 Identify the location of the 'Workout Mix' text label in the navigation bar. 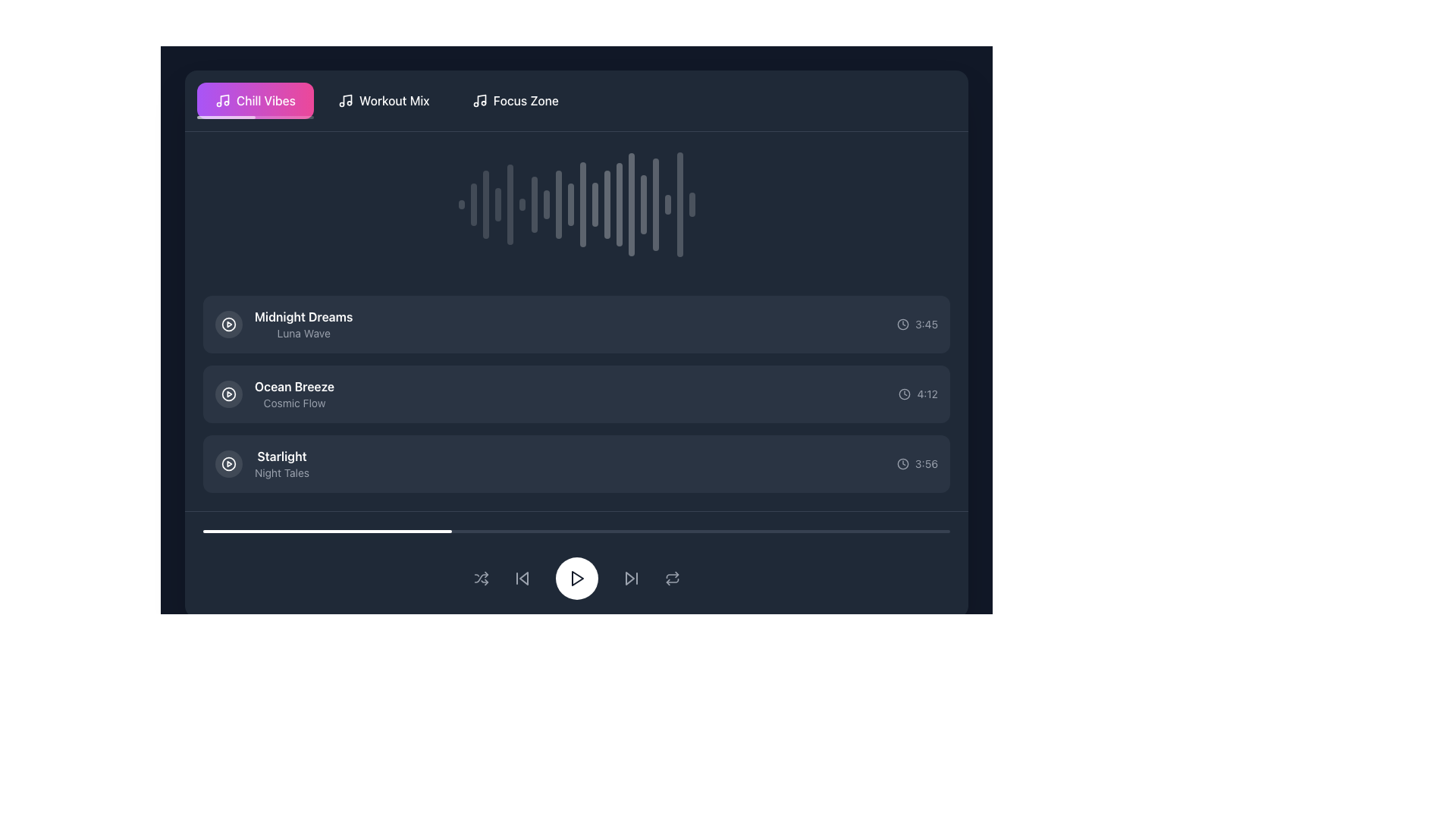
(394, 100).